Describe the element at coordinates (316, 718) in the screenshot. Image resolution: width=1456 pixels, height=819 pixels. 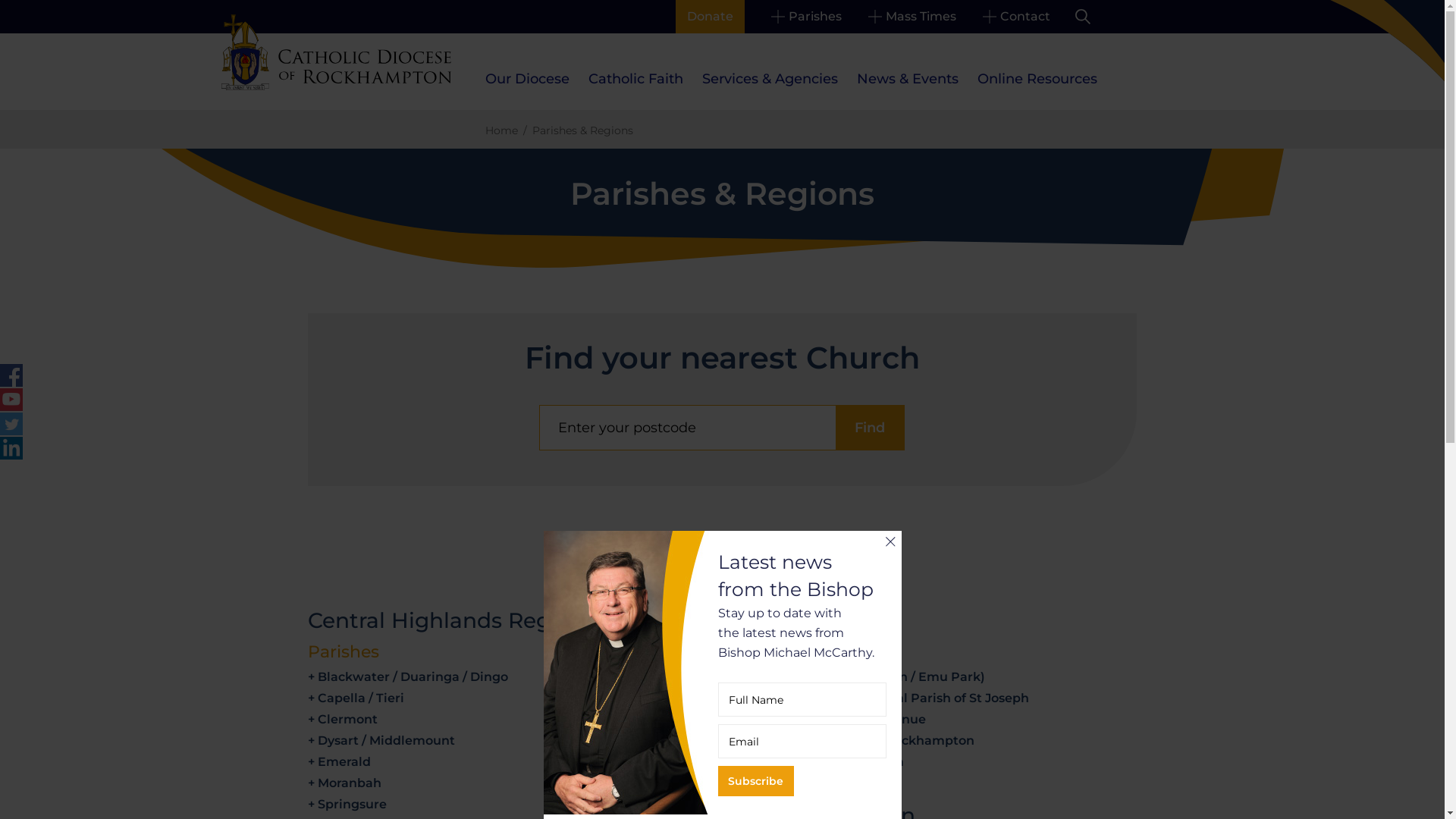
I see `'Clermont'` at that location.